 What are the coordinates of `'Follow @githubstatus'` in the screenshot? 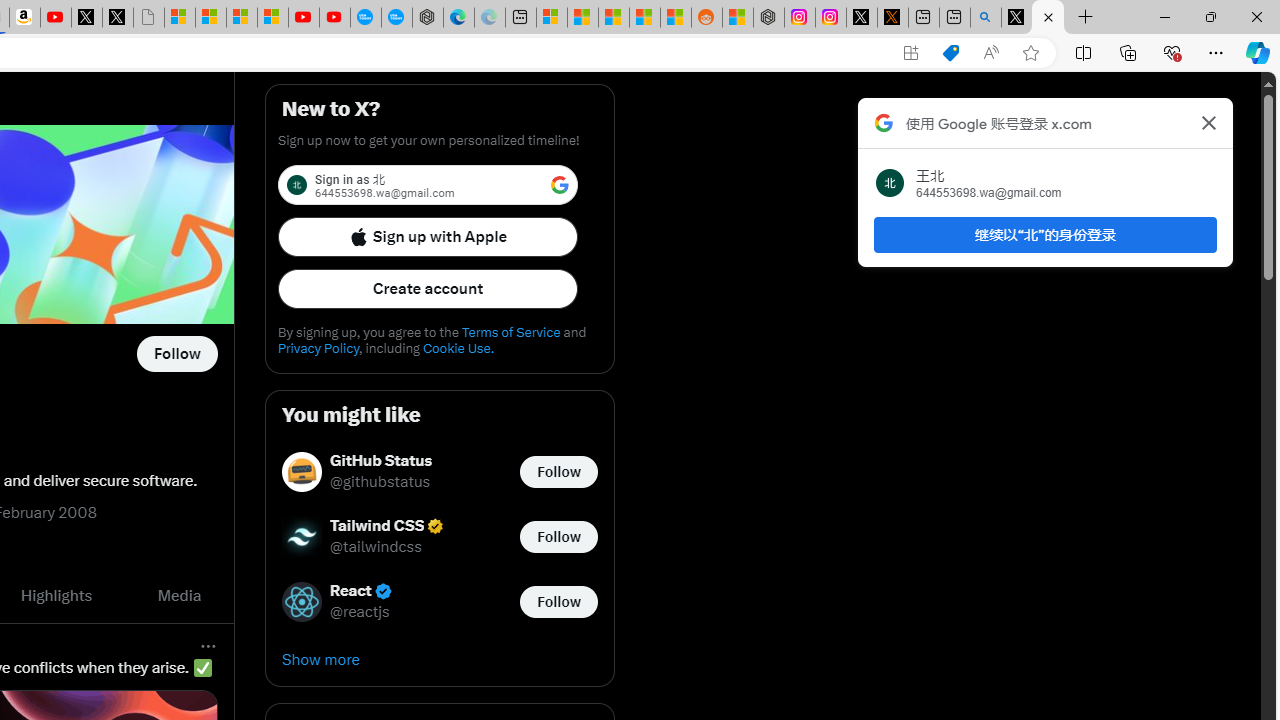 It's located at (558, 471).